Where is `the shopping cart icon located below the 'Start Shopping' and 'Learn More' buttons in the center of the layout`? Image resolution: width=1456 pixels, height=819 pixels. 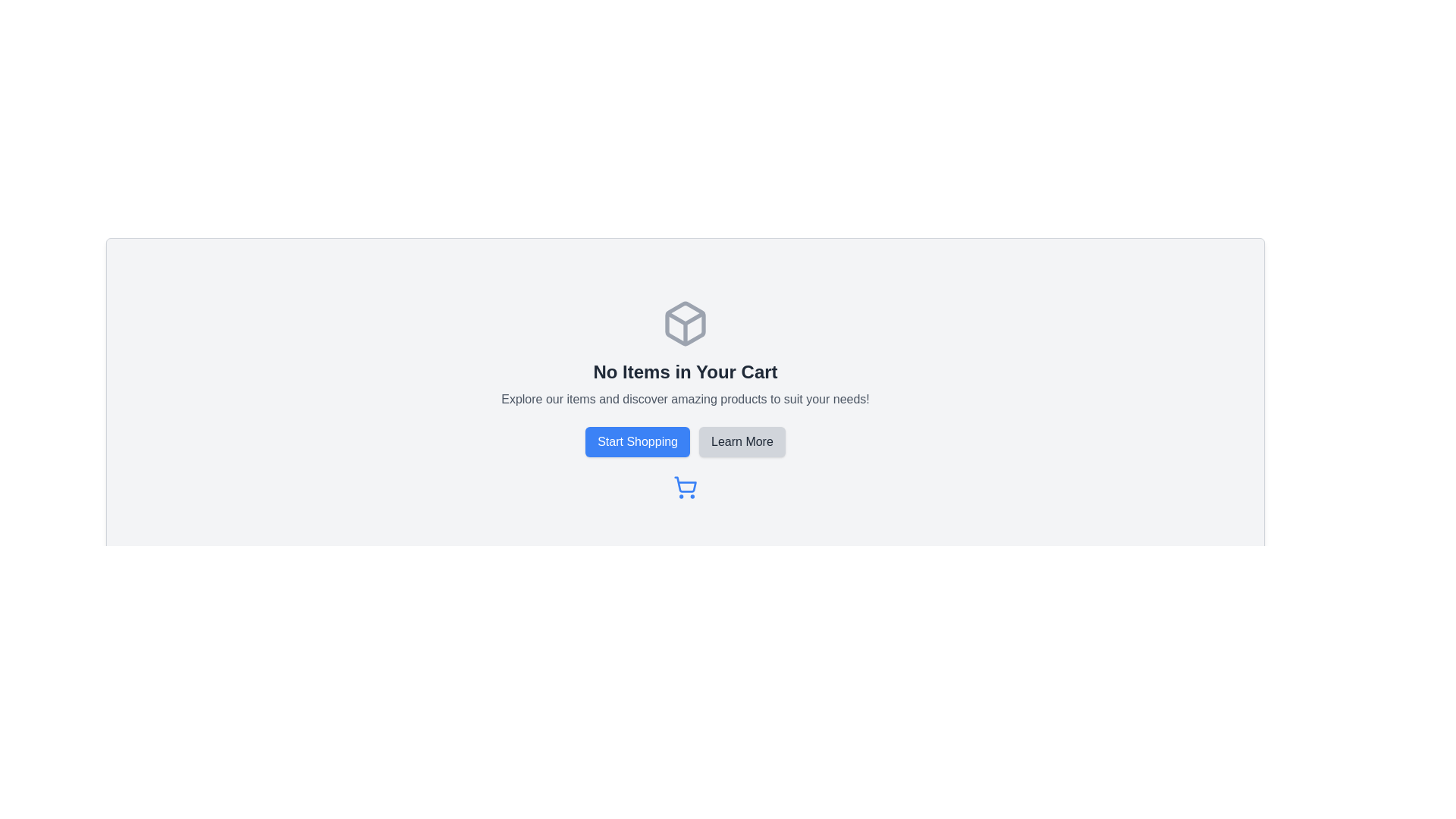 the shopping cart icon located below the 'Start Shopping' and 'Learn More' buttons in the center of the layout is located at coordinates (684, 488).